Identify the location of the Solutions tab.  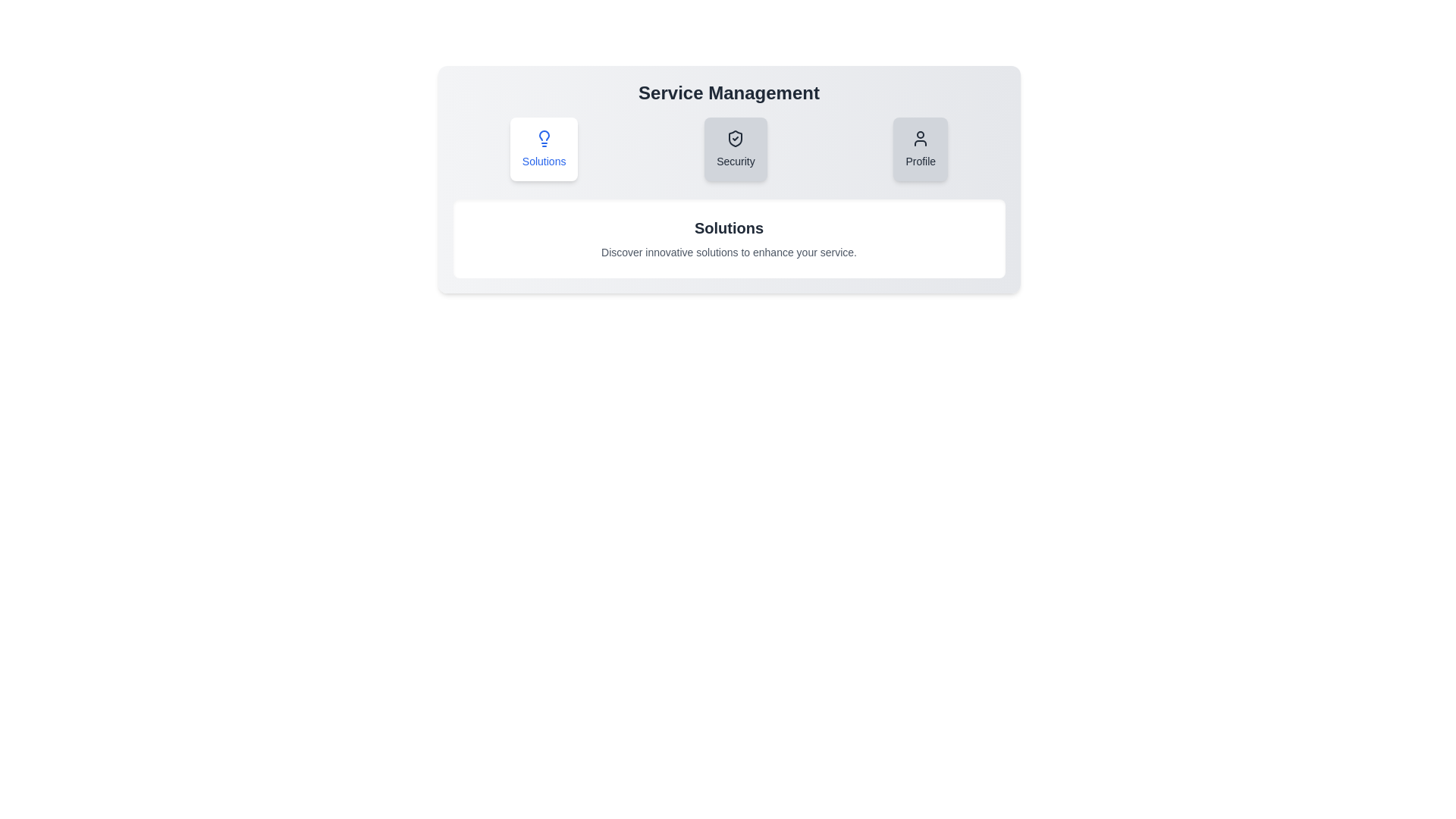
(544, 149).